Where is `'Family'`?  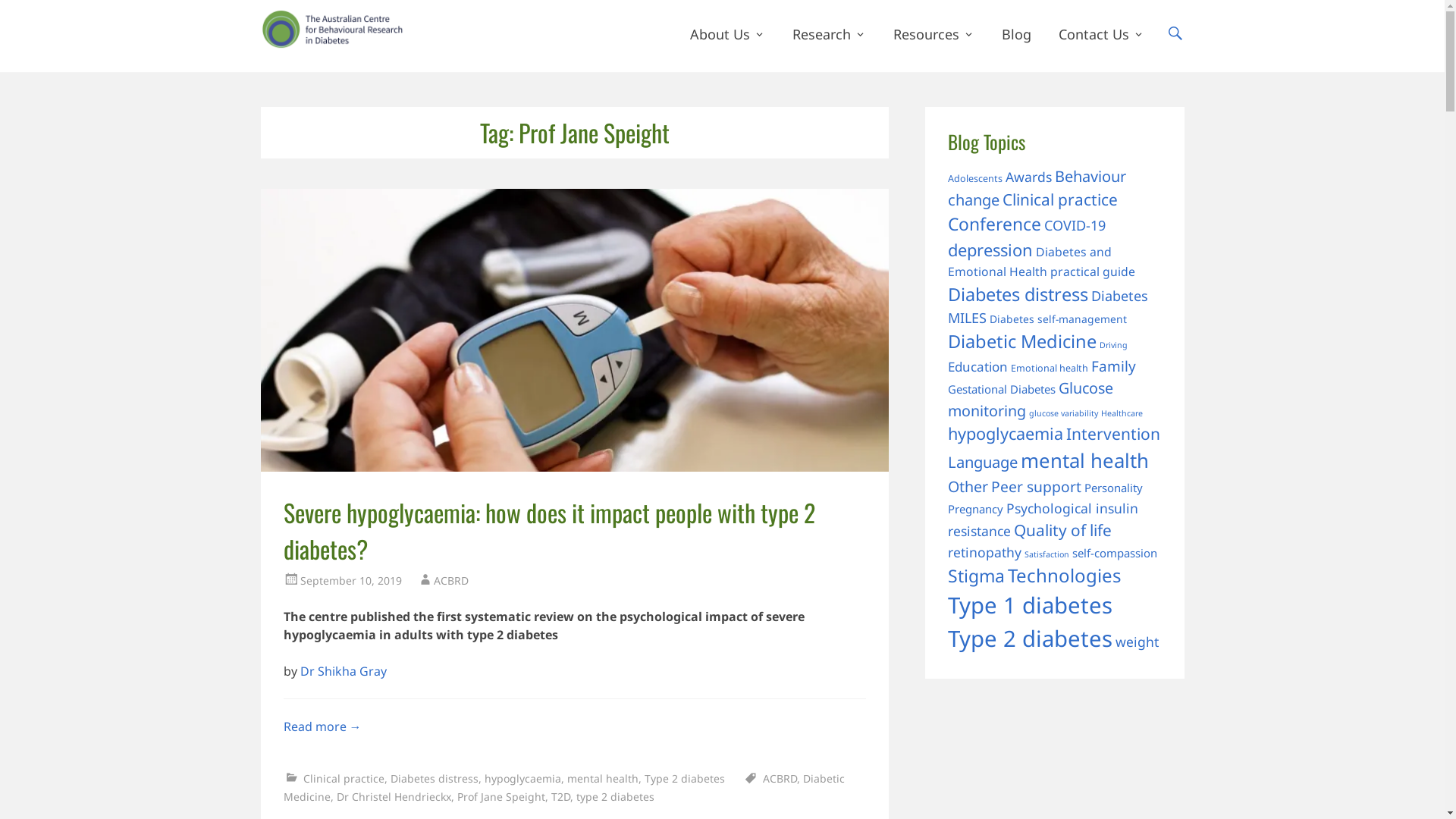 'Family' is located at coordinates (1113, 366).